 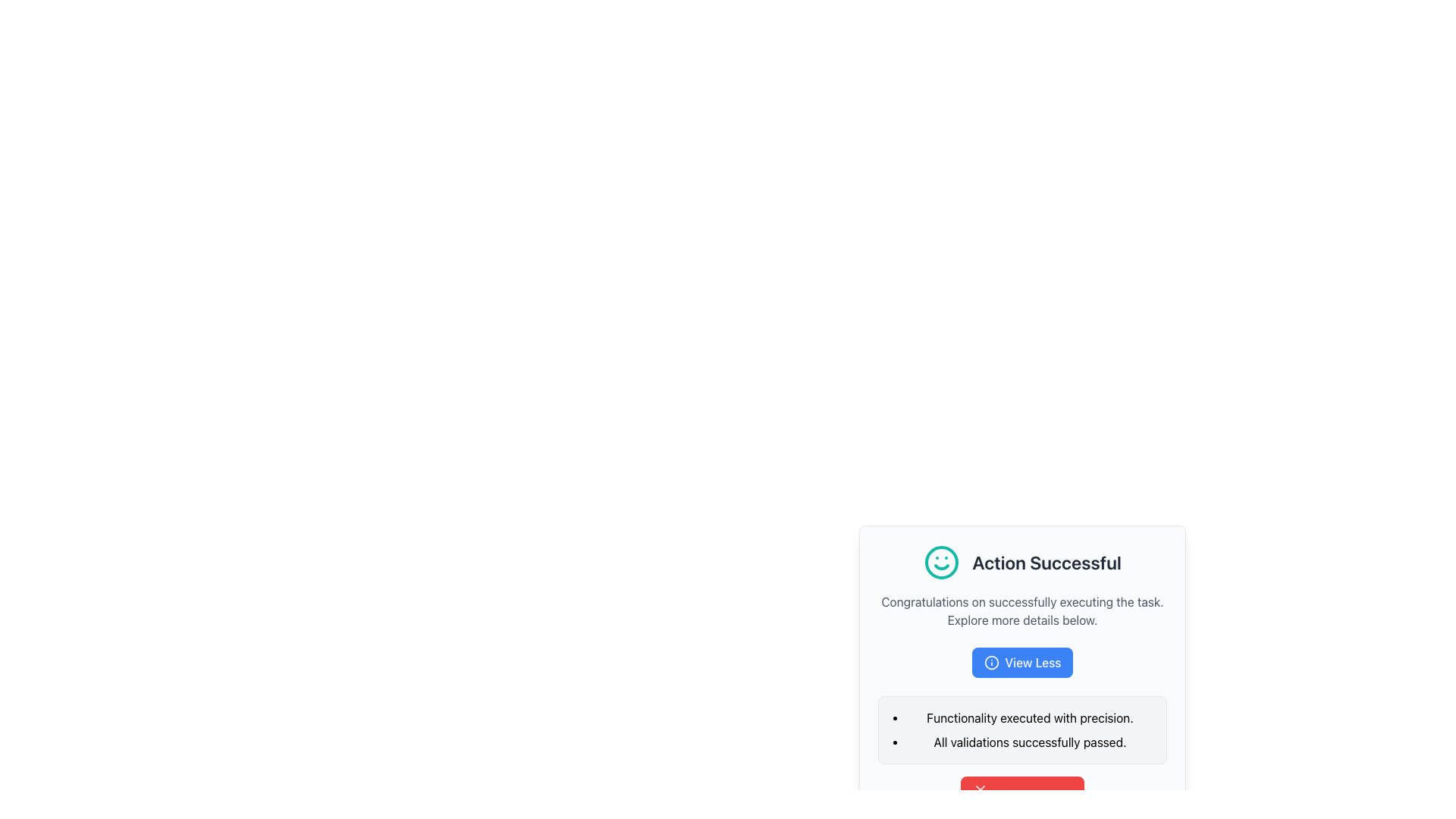 I want to click on the outer circular component of the smiley face SVG that visually establishes the boundary of the smiley icon, so click(x=941, y=562).